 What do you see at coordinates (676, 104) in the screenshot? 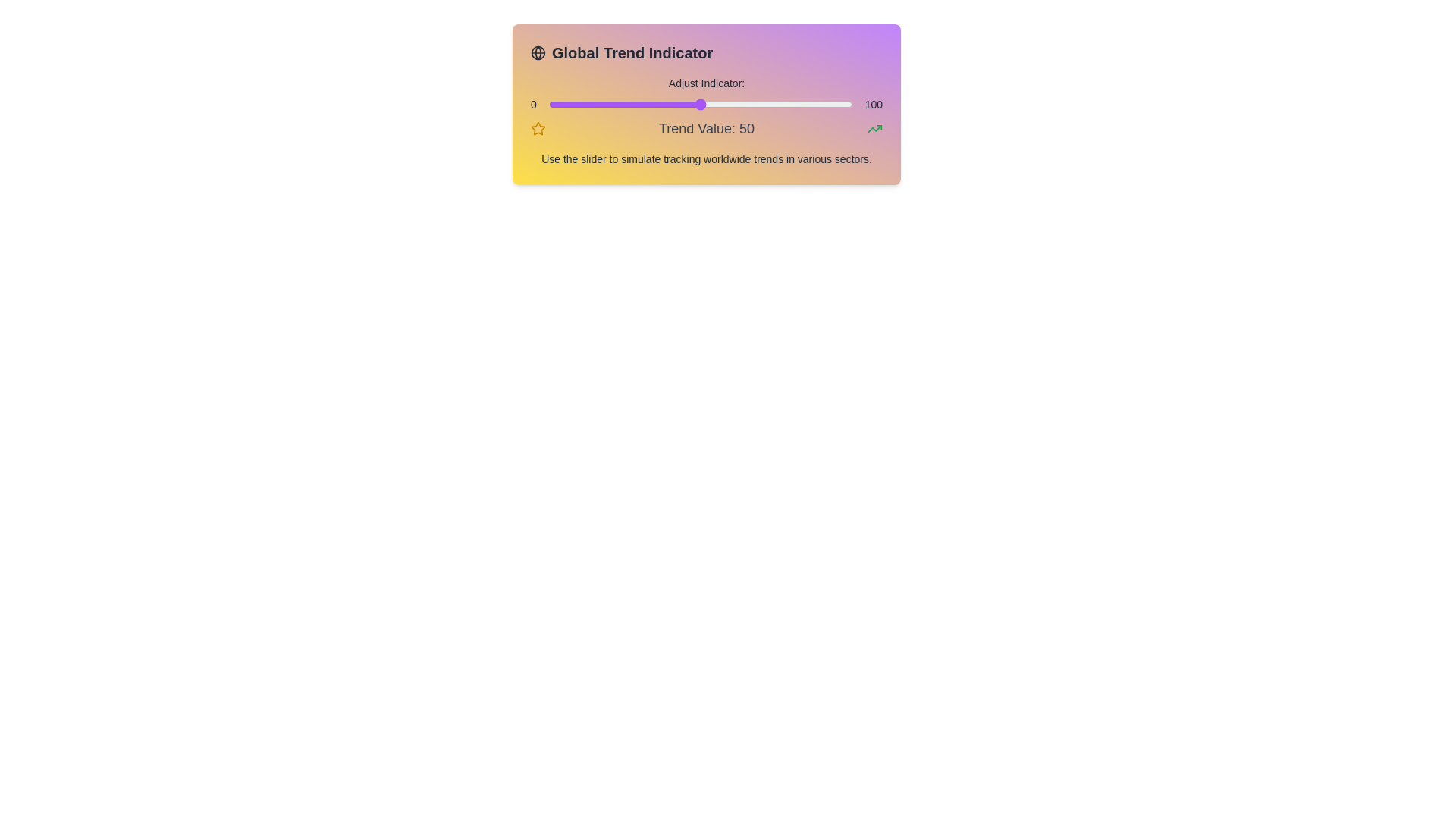
I see `the slider to set the value to 42` at bounding box center [676, 104].